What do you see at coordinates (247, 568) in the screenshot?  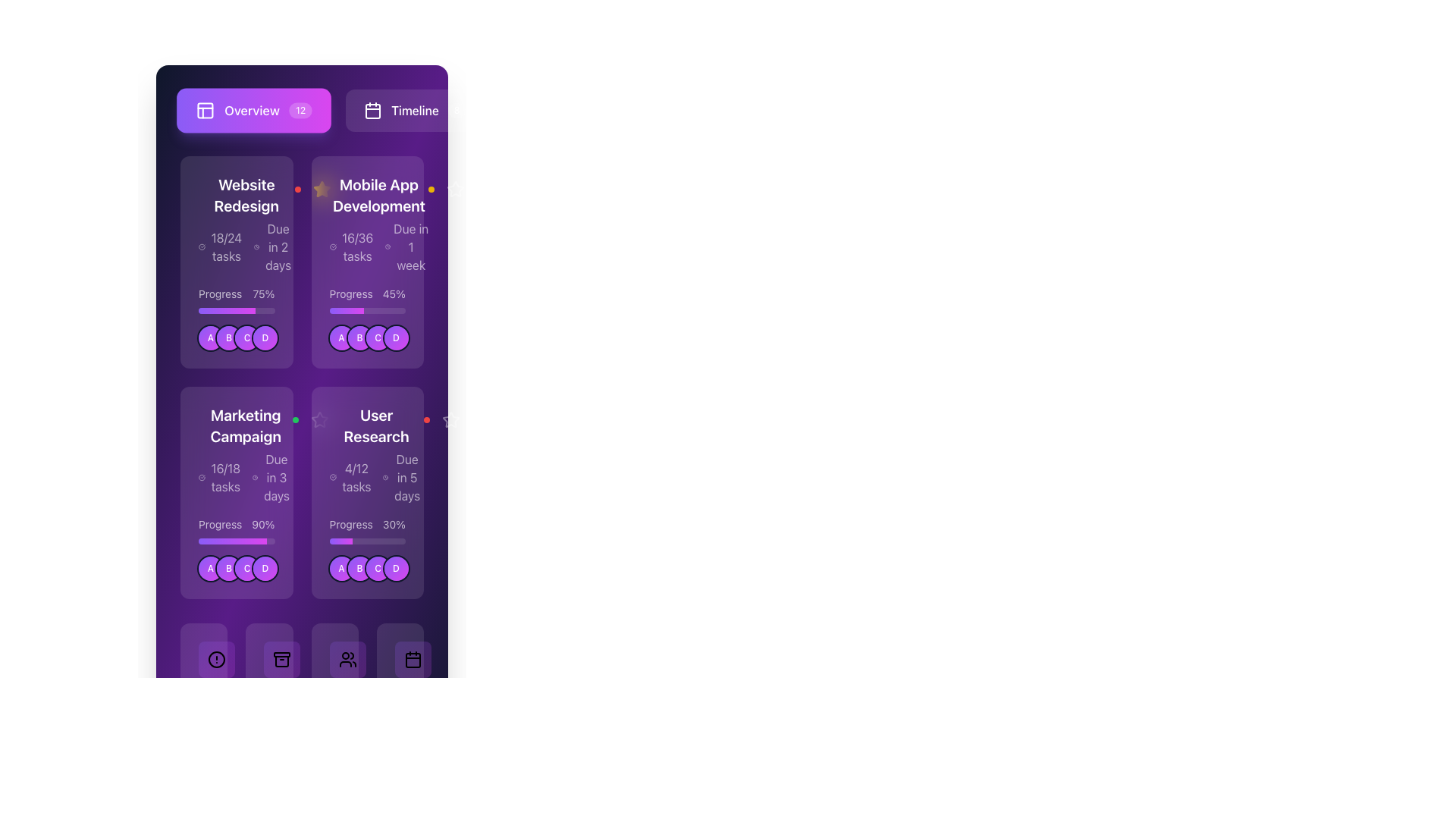 I see `the third circle Badge labeled 'C' in the group of four circles at the bottom of the 'Marketing Campaign' card layout` at bounding box center [247, 568].